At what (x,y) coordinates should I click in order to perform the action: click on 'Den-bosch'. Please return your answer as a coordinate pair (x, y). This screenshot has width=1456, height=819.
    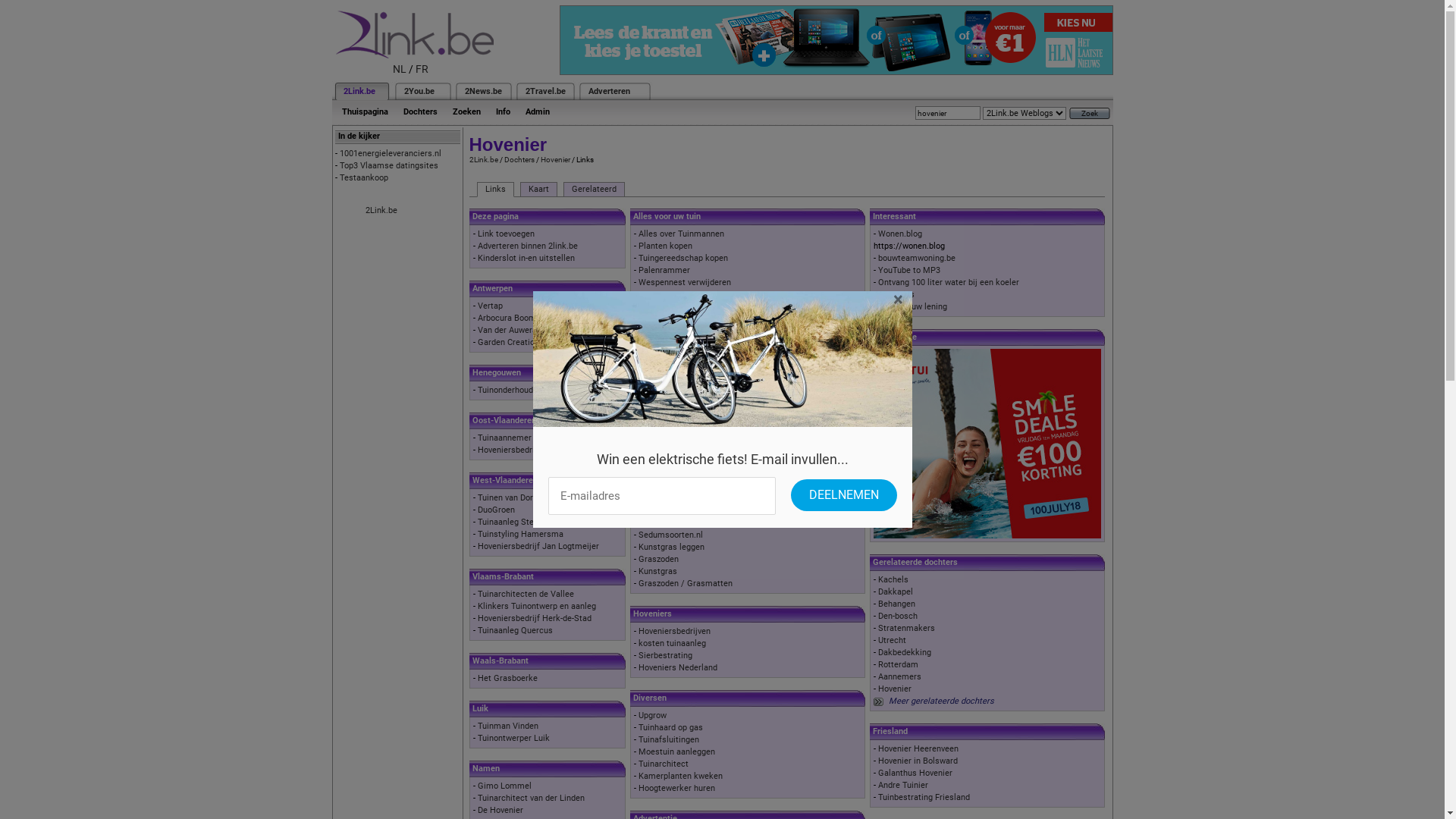
    Looking at the image, I should click on (877, 616).